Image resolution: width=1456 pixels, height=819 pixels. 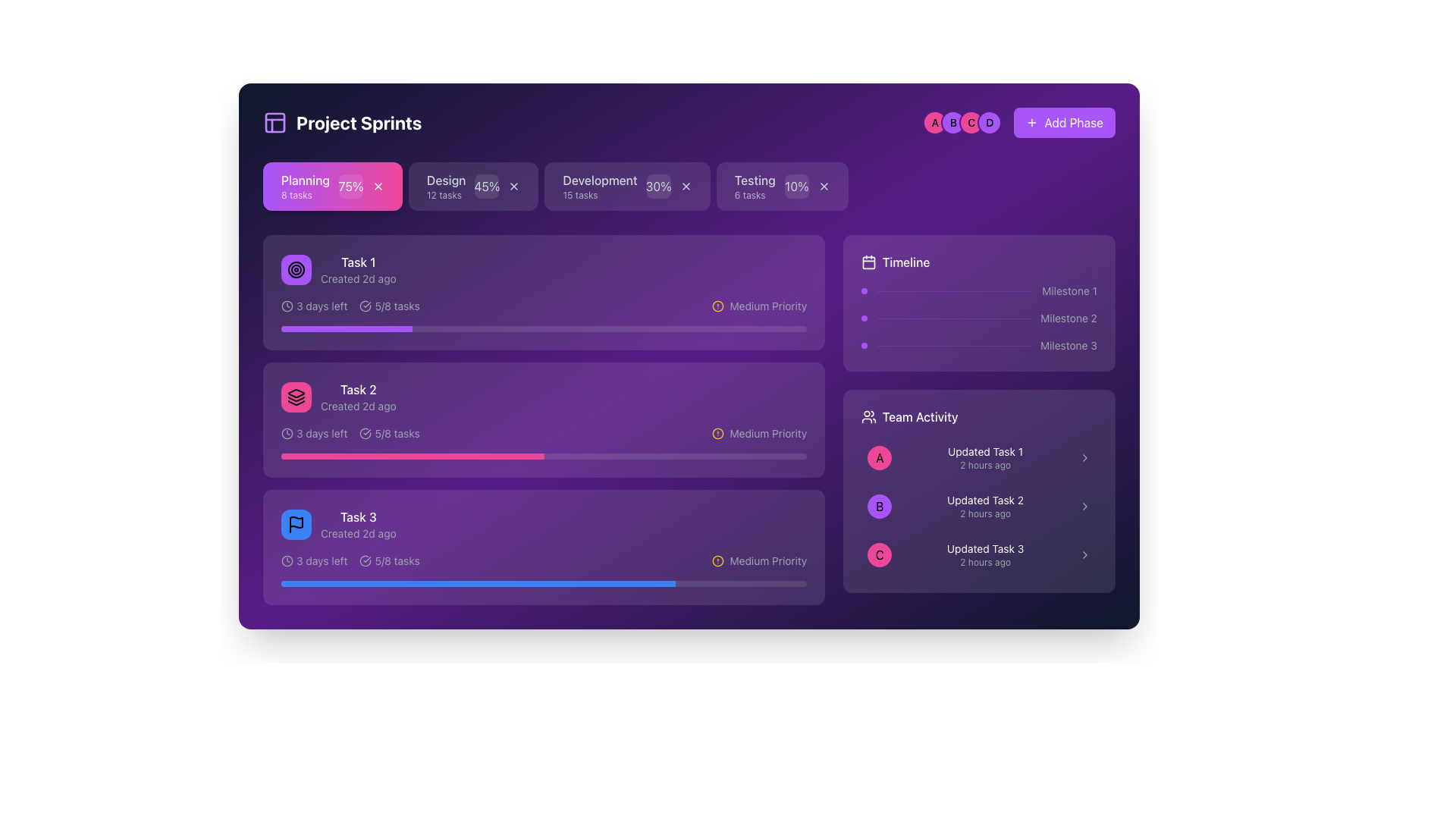 I want to click on text of the Label with icon that indicates task progress, specifically showing '5 out of 8 tasks completed' located in the first task card of the project sprint display, so click(x=390, y=306).